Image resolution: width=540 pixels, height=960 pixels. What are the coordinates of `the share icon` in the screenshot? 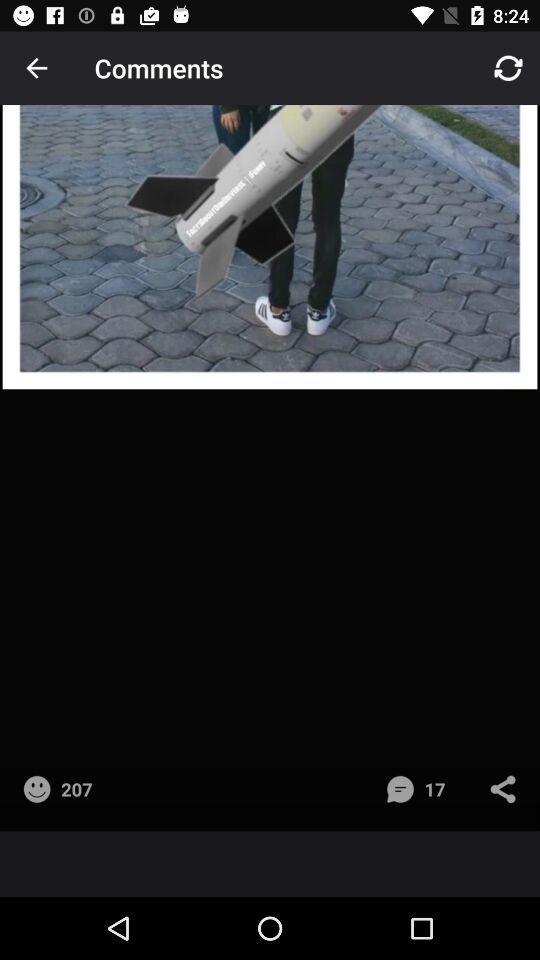 It's located at (507, 797).